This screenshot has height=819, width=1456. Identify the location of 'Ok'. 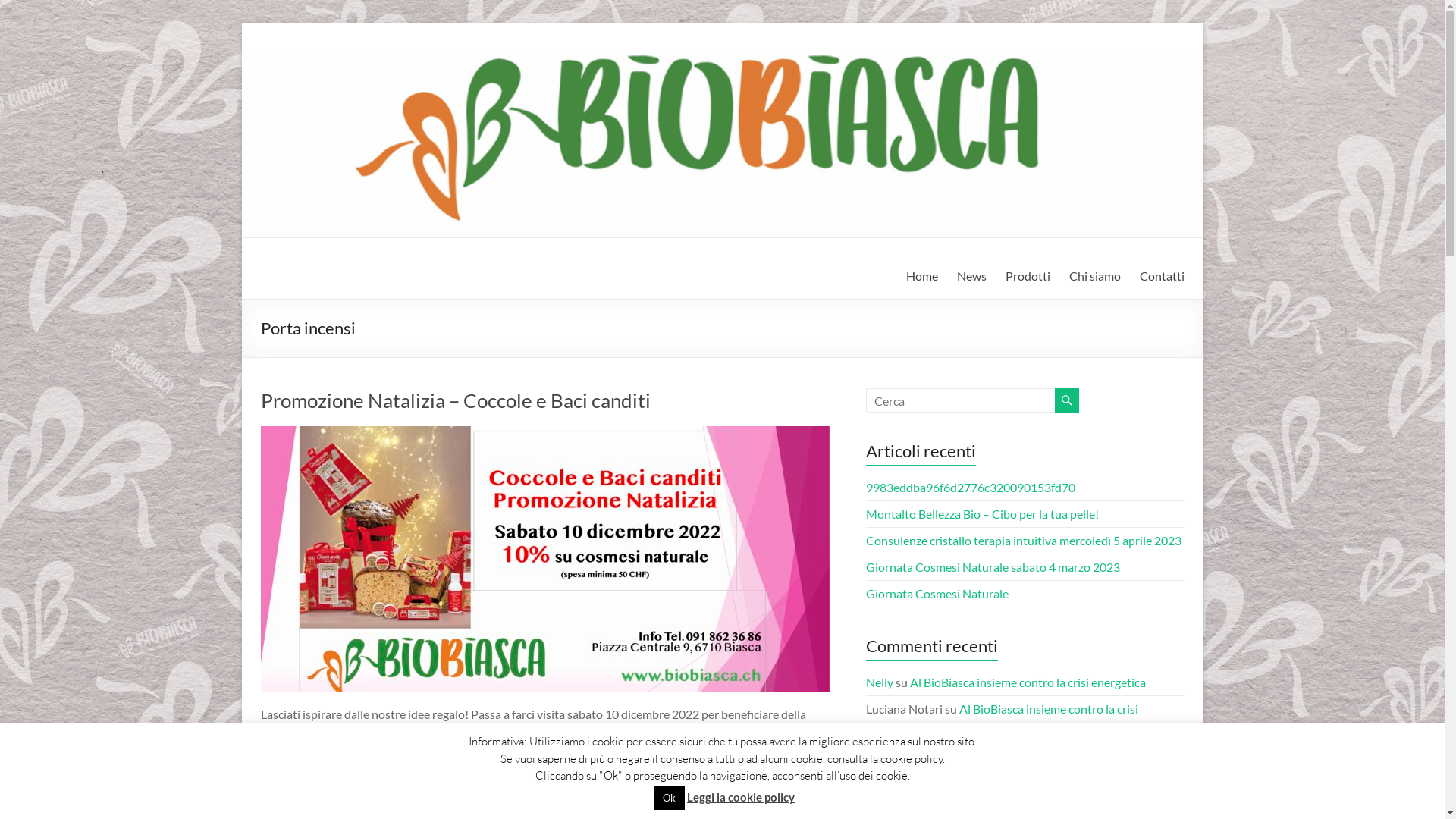
(668, 797).